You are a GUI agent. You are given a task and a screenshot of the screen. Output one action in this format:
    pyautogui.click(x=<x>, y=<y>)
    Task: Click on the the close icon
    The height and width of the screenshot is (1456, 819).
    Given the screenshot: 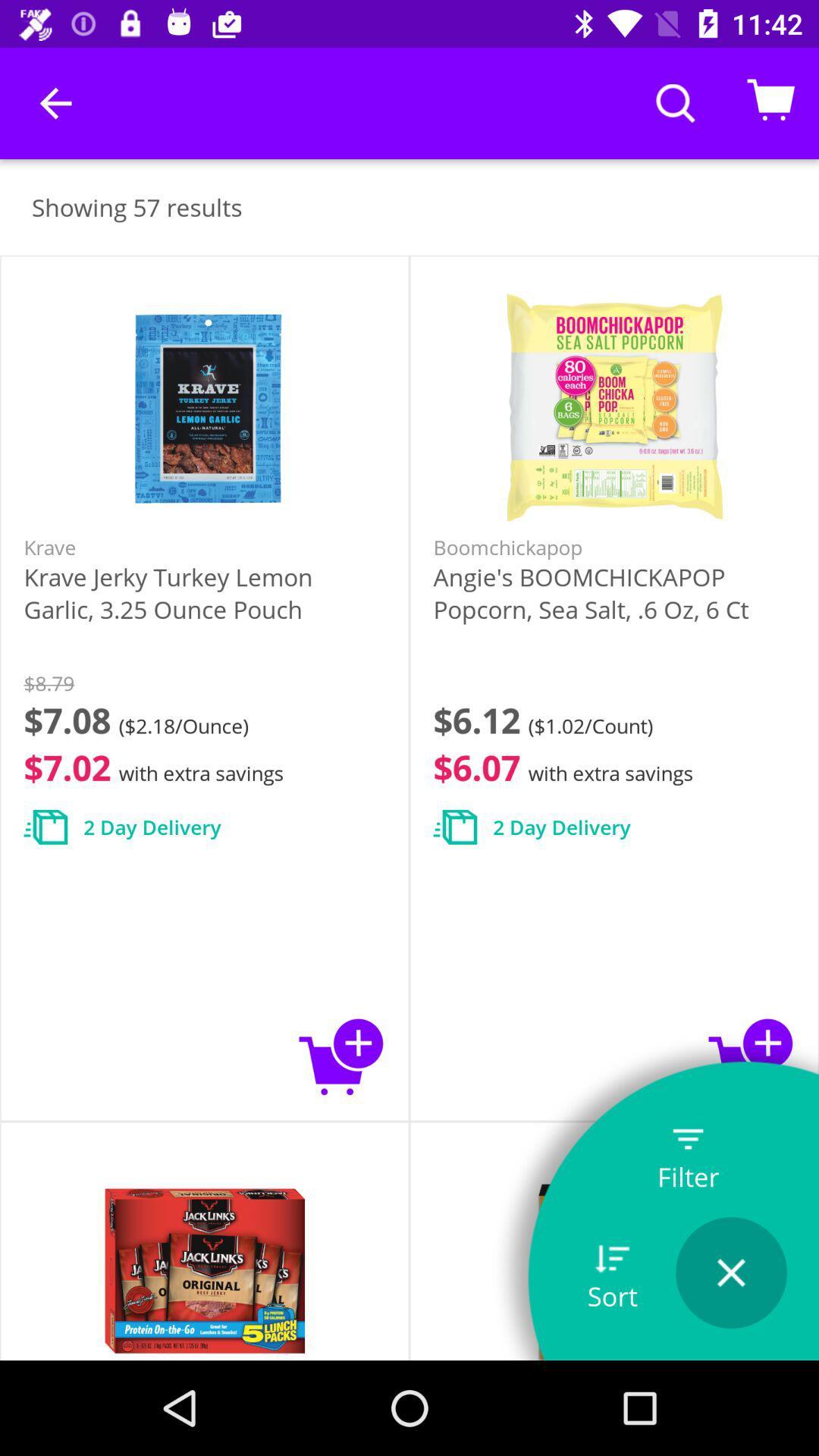 What is the action you would take?
    pyautogui.click(x=730, y=1272)
    